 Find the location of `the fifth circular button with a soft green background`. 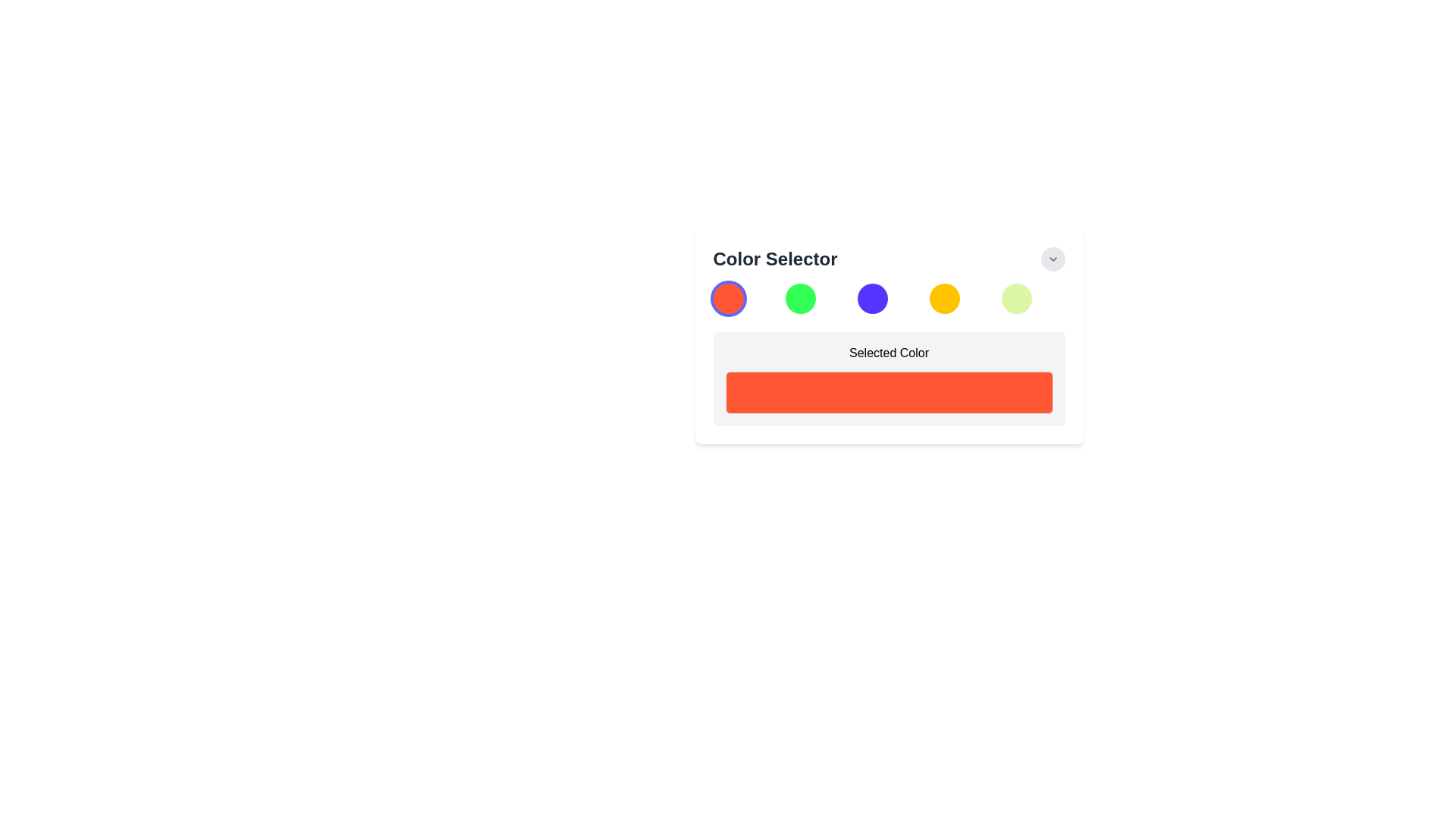

the fifth circular button with a soft green background is located at coordinates (1017, 298).